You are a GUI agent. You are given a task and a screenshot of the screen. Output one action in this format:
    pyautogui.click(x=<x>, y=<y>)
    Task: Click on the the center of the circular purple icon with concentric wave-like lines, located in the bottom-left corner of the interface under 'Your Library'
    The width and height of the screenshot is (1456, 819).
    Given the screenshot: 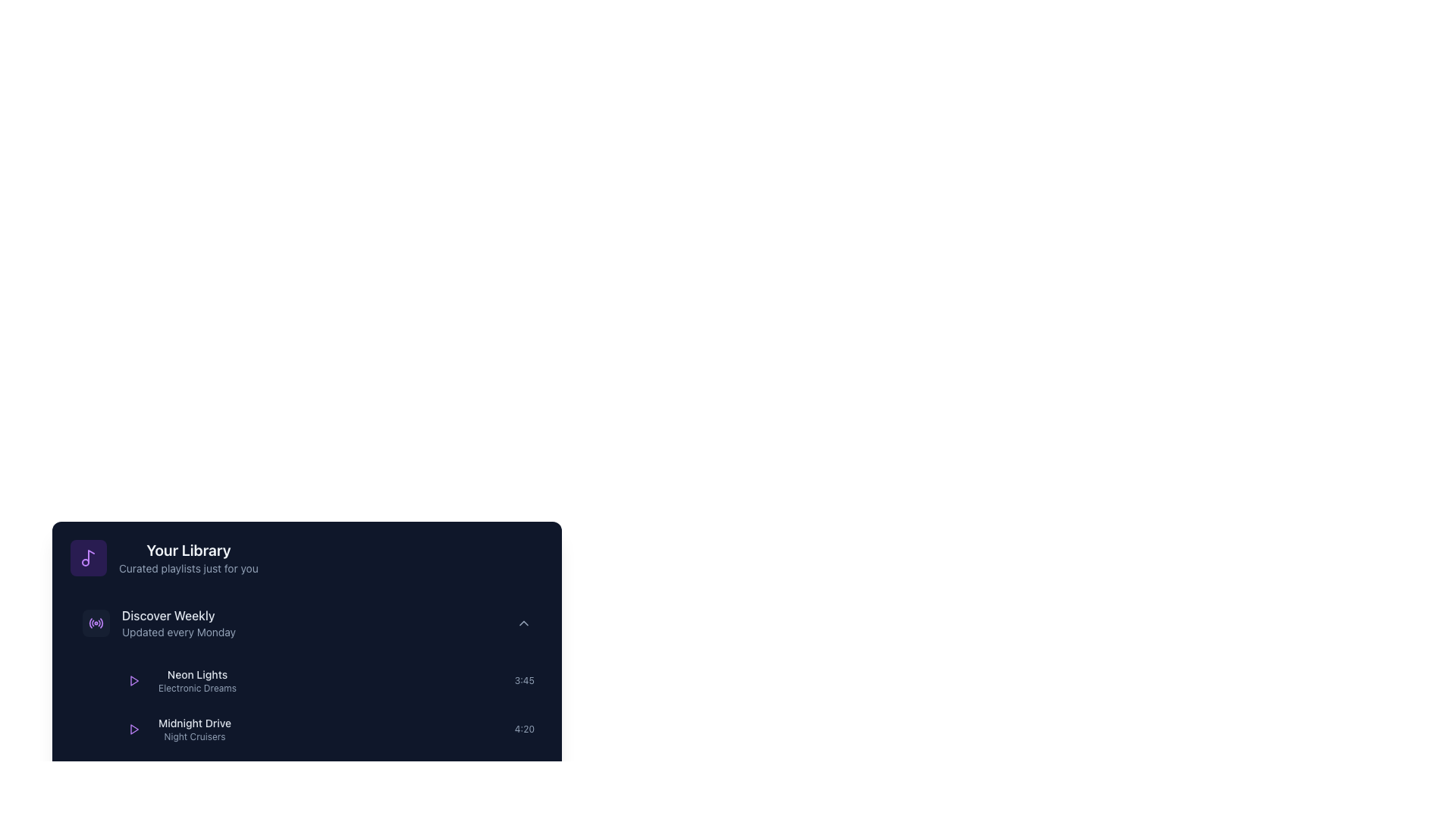 What is the action you would take?
    pyautogui.click(x=95, y=623)
    